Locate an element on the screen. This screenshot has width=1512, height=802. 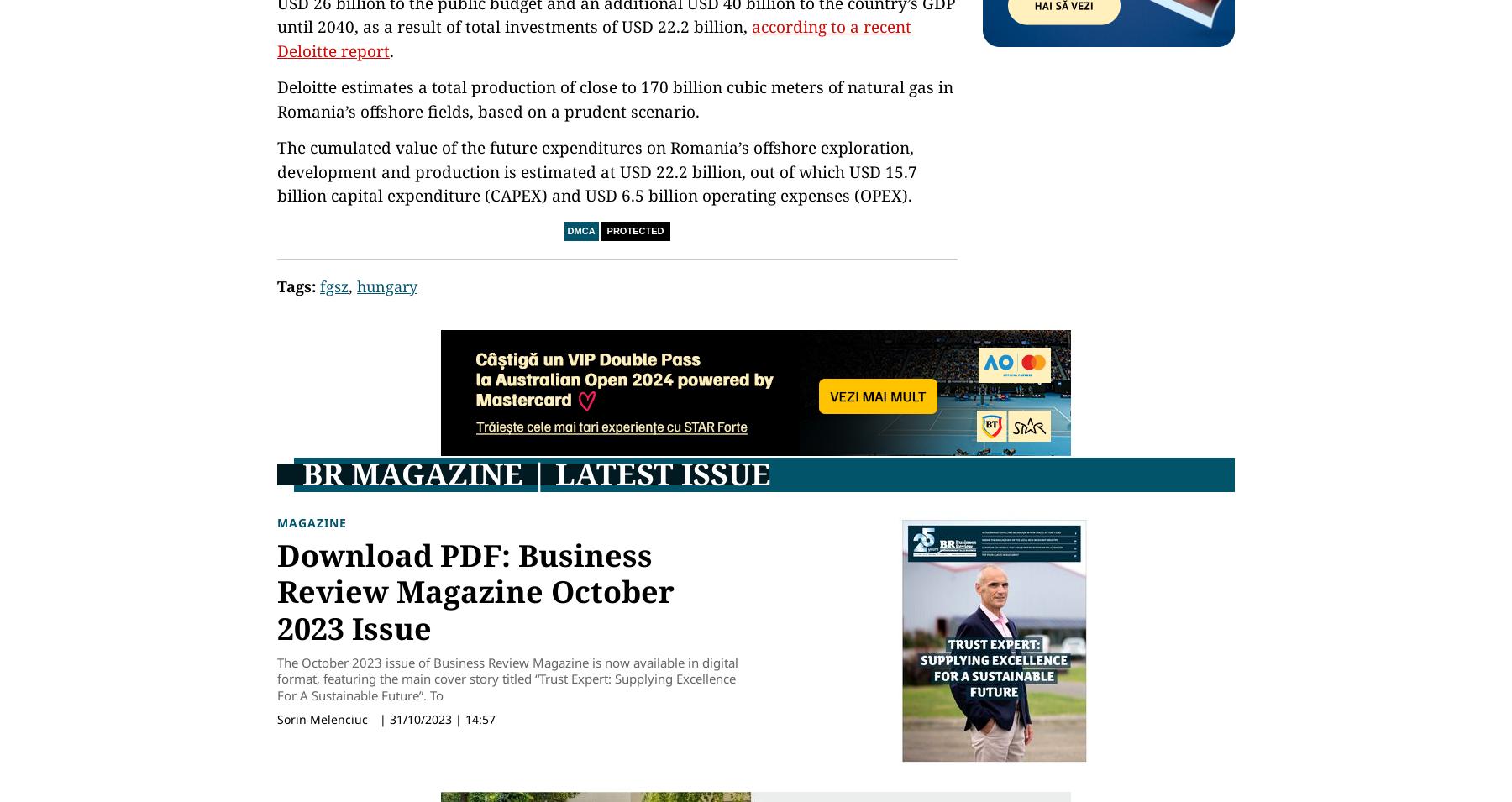
'The October 2023 issue of Business Review Magazine is now available in digital format, featuring the main cover story titled “Trust Expert: Supplying Excellence For A Sustainable Future”. To' is located at coordinates (276, 678).